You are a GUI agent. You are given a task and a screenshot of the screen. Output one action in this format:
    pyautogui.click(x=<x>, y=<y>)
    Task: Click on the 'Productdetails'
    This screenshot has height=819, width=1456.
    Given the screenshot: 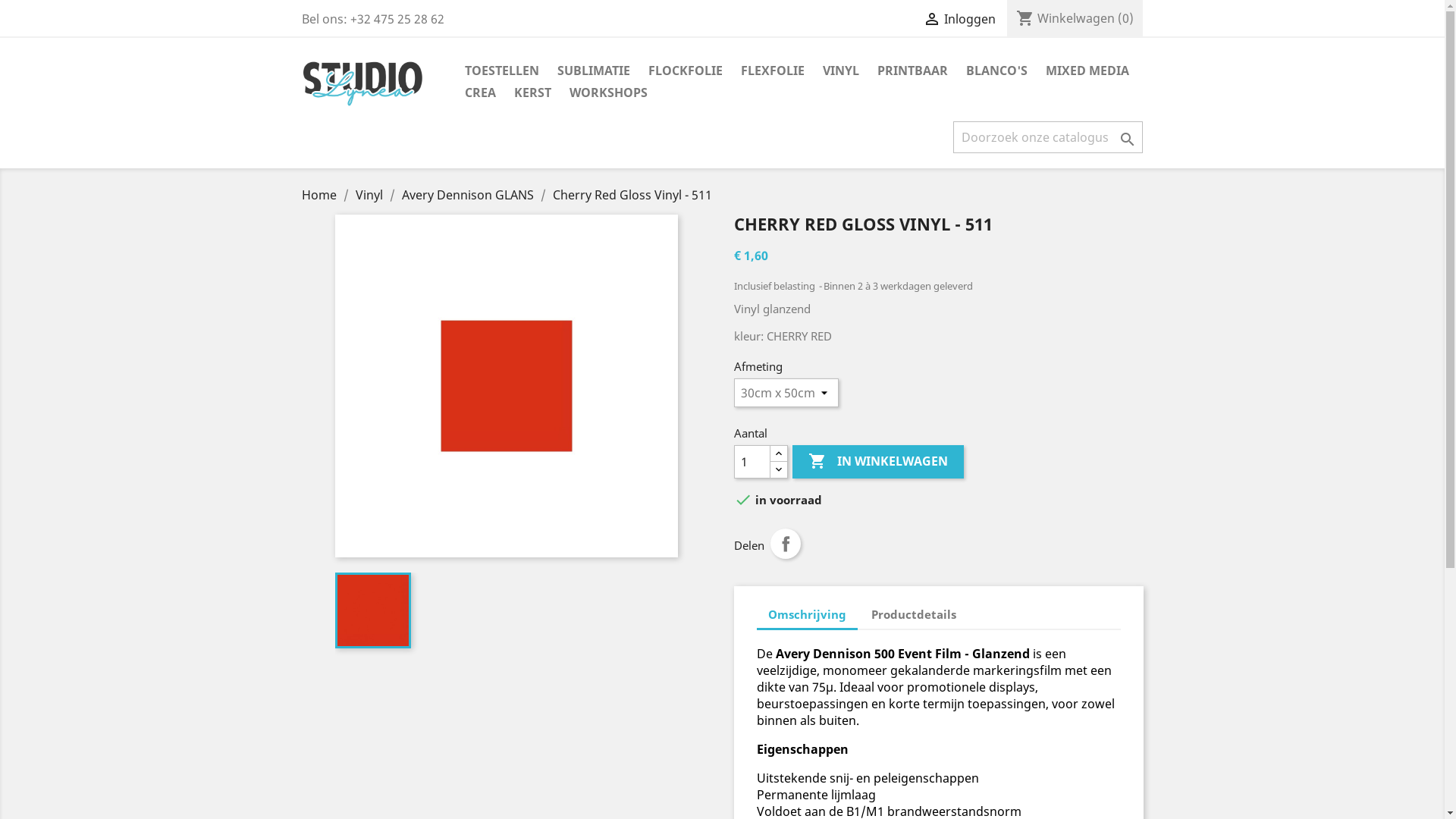 What is the action you would take?
    pyautogui.click(x=912, y=614)
    